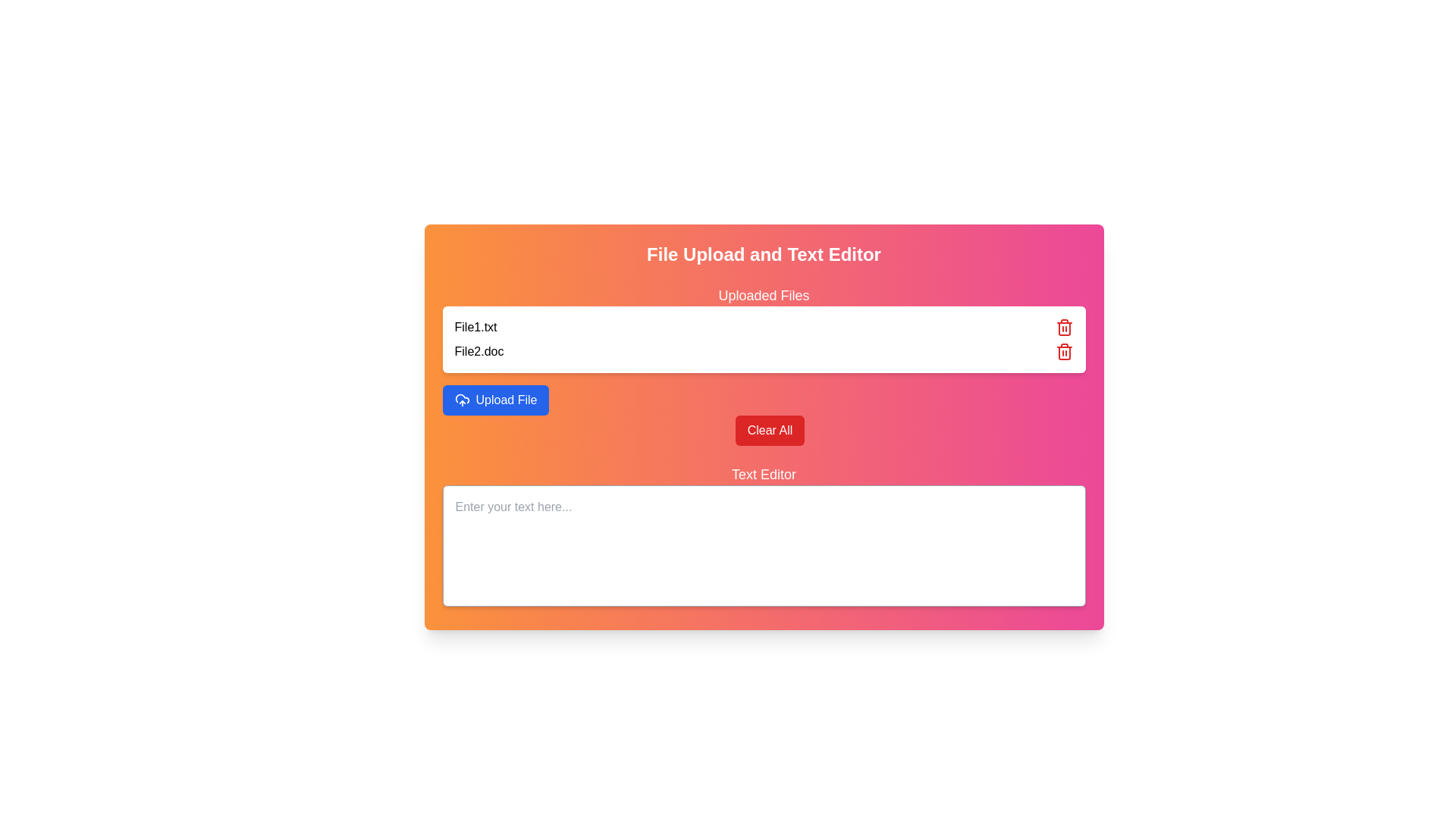 The width and height of the screenshot is (1456, 819). I want to click on the red 'Clear All' button with rounded corners and white text to observe visual feedback, so click(770, 430).